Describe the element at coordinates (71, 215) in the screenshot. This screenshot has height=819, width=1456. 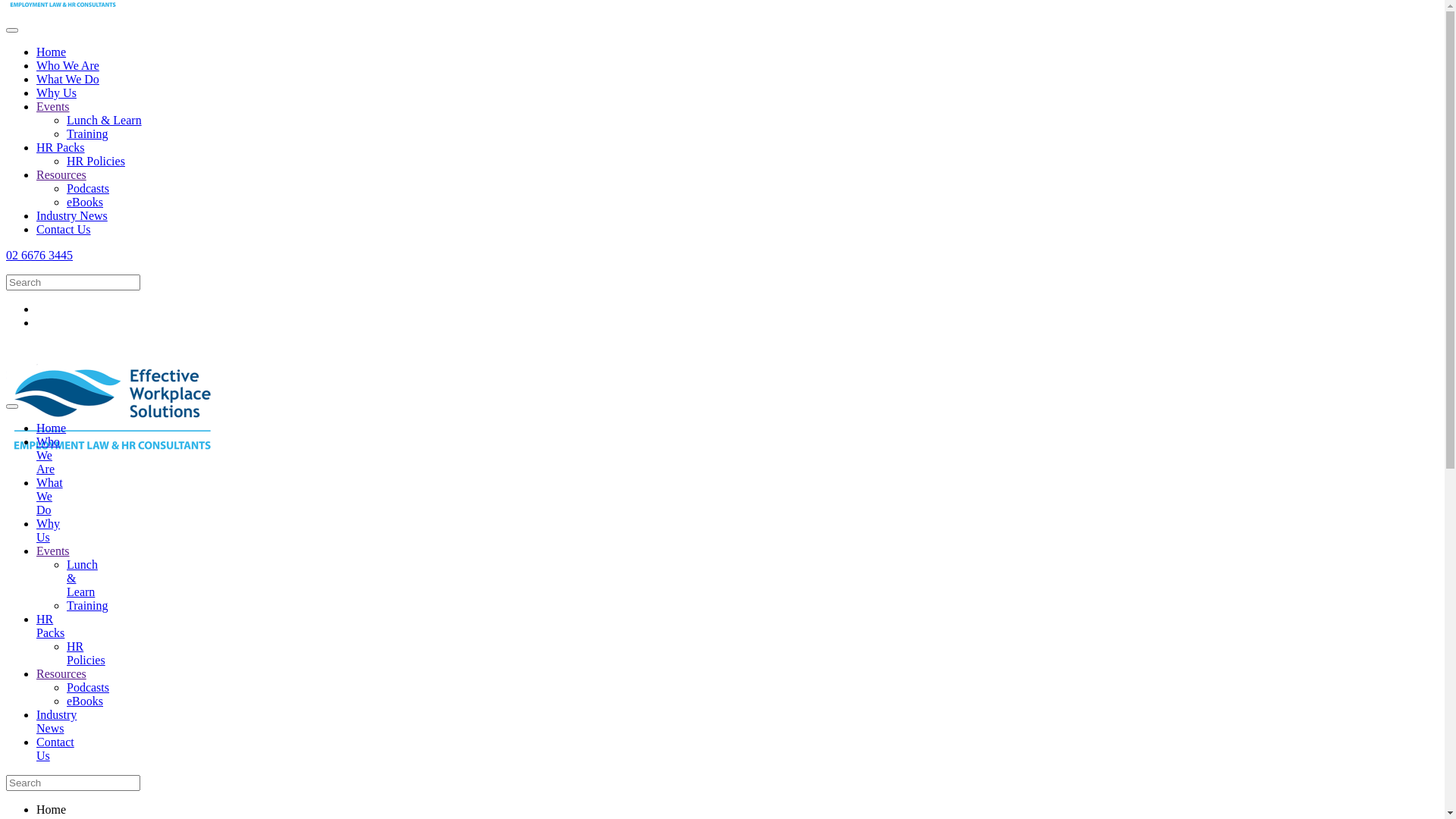
I see `'Industry News'` at that location.